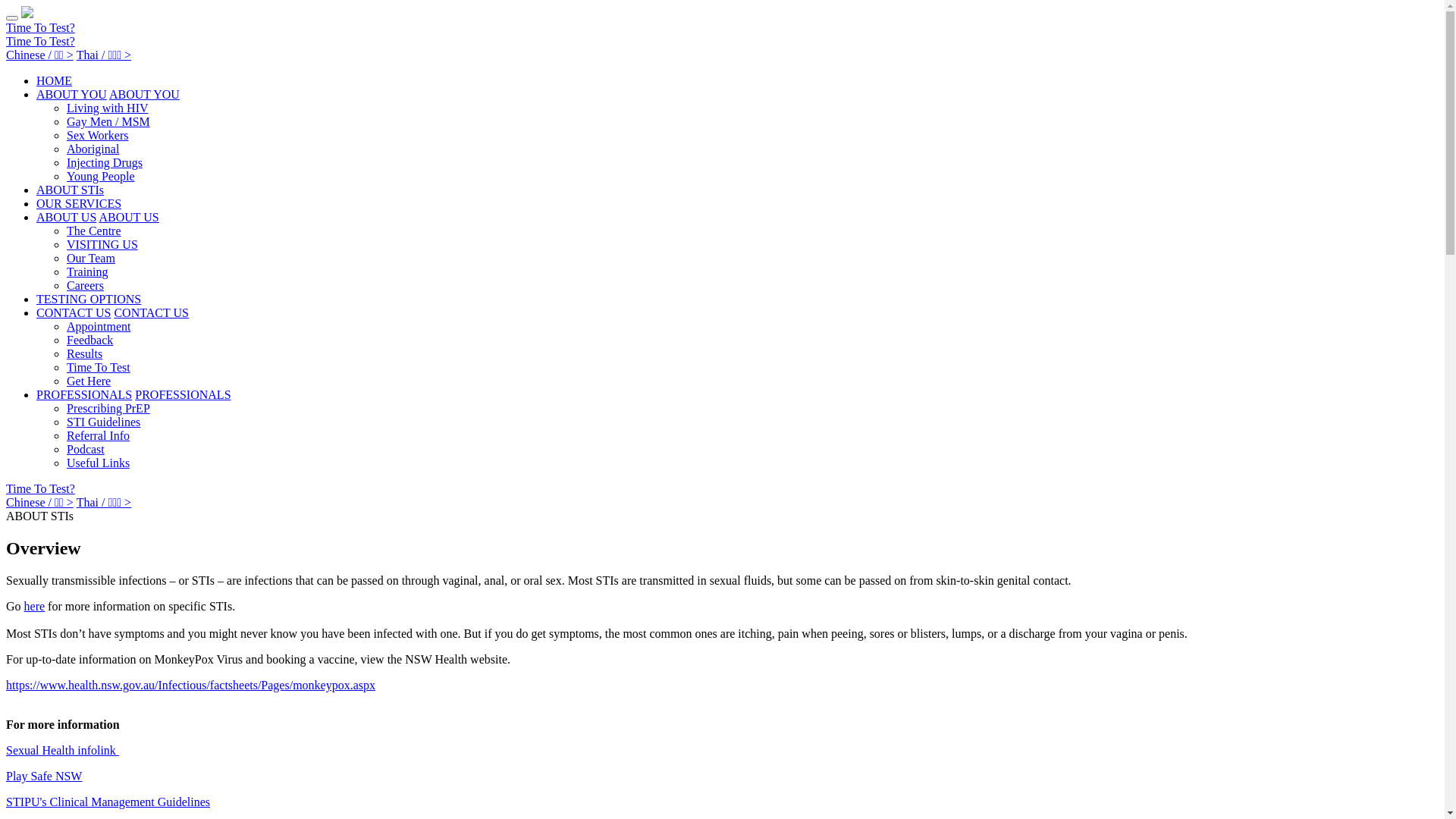 This screenshot has height=819, width=1456. I want to click on 'CONTACT US', so click(72, 312).